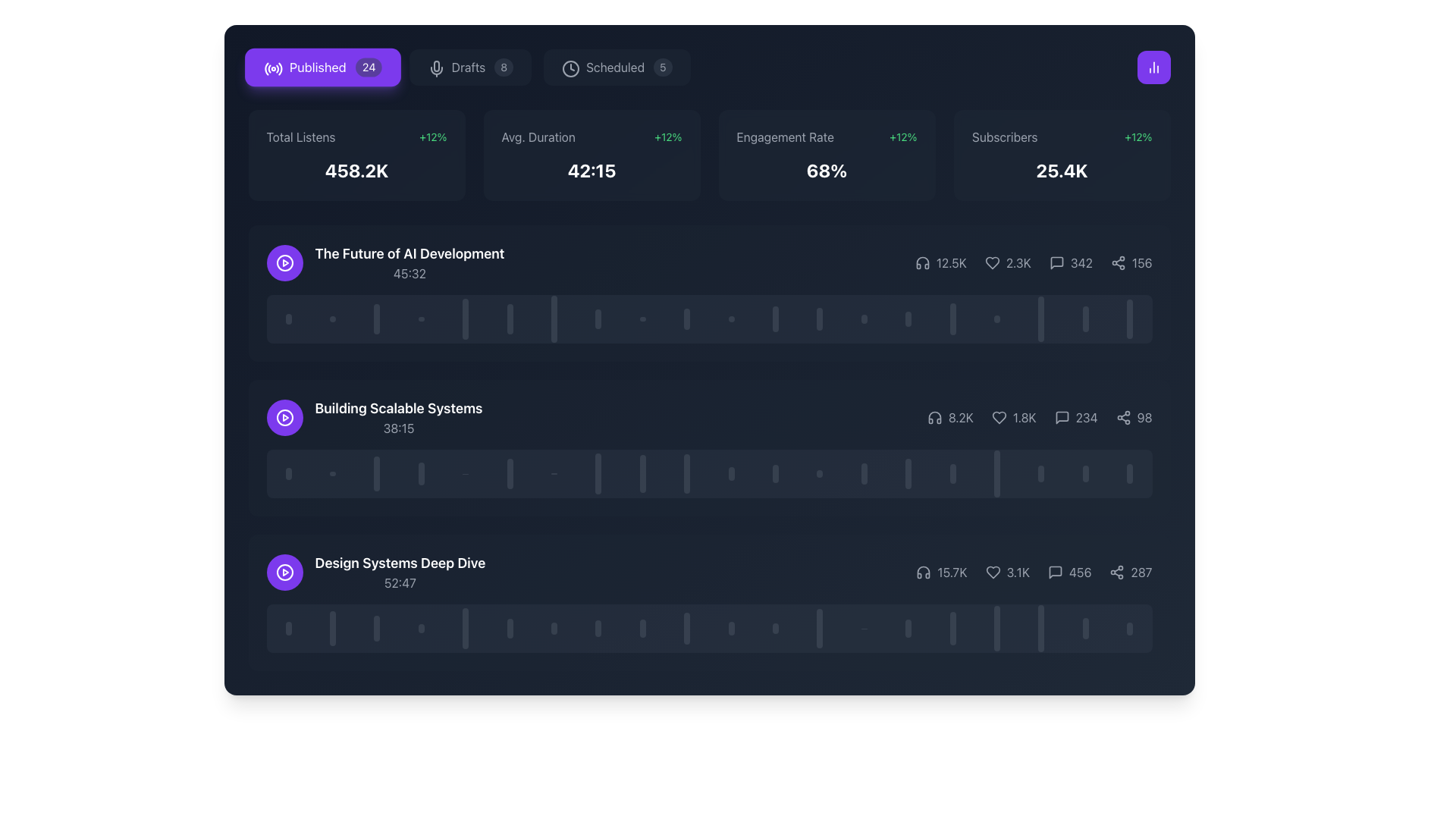  I want to click on the progress indicator component representing 'Design Systems Deep Dive', which is the second bar in the horizontal timeline, so click(332, 629).